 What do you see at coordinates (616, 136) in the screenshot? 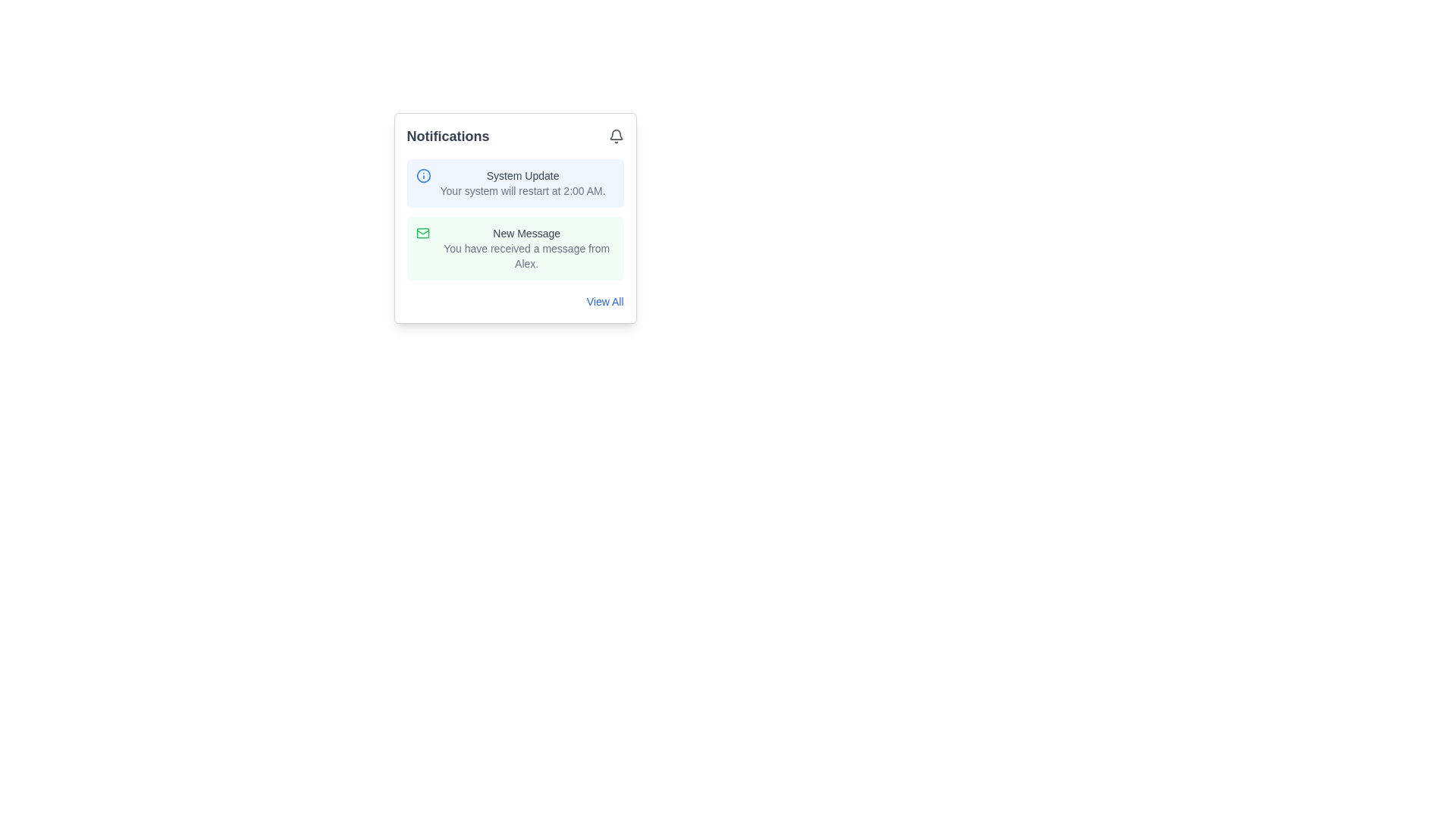
I see `the bell icon located` at bounding box center [616, 136].